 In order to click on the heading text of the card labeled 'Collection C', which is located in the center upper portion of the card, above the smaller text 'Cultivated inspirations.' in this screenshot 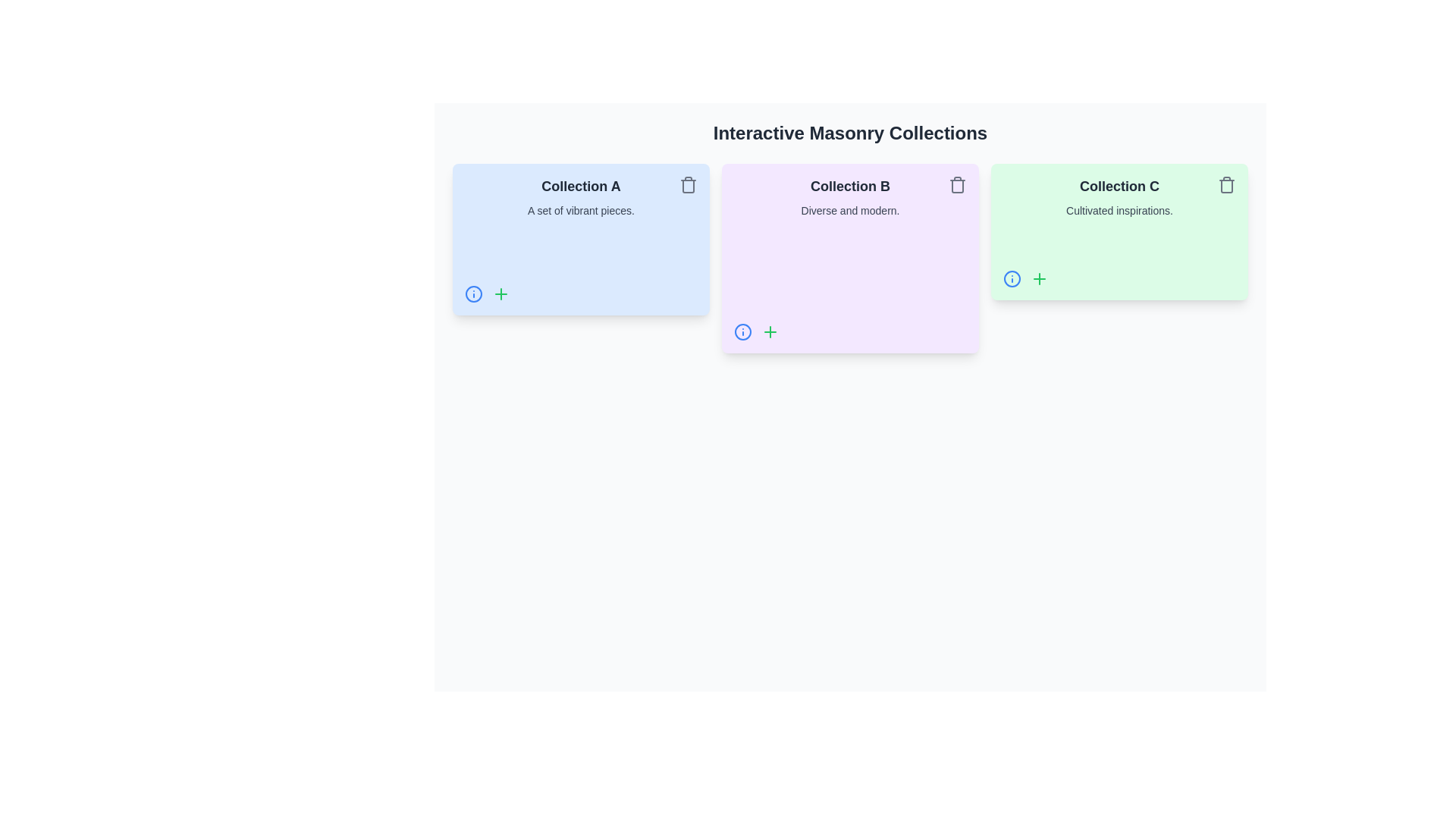, I will do `click(1119, 186)`.